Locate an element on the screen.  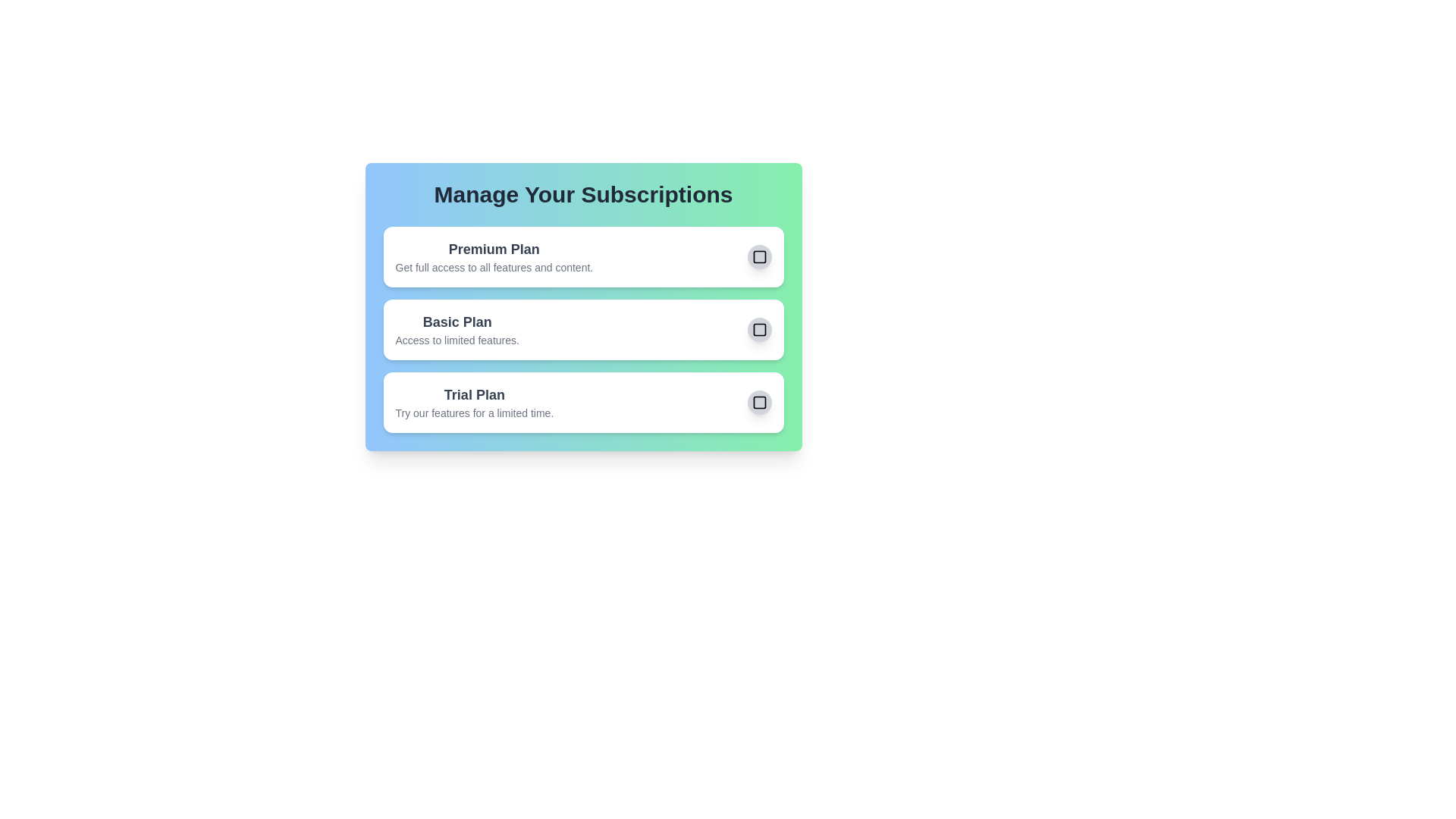
the interactive graphic element located to the far right of the 'Basic Plan' subscription entry to interact with it is located at coordinates (759, 329).